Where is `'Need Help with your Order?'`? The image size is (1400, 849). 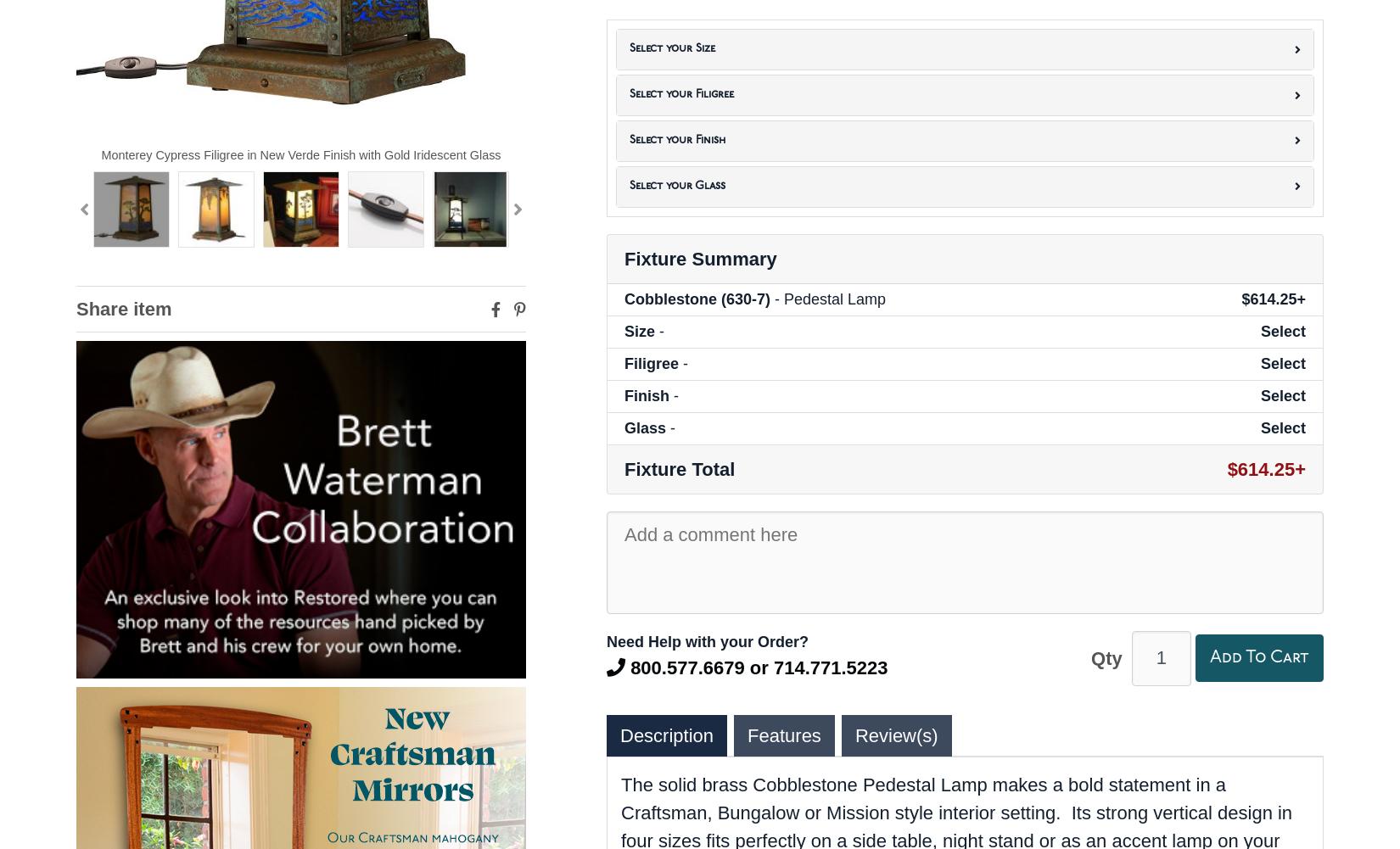 'Need Help with your Order?' is located at coordinates (708, 640).